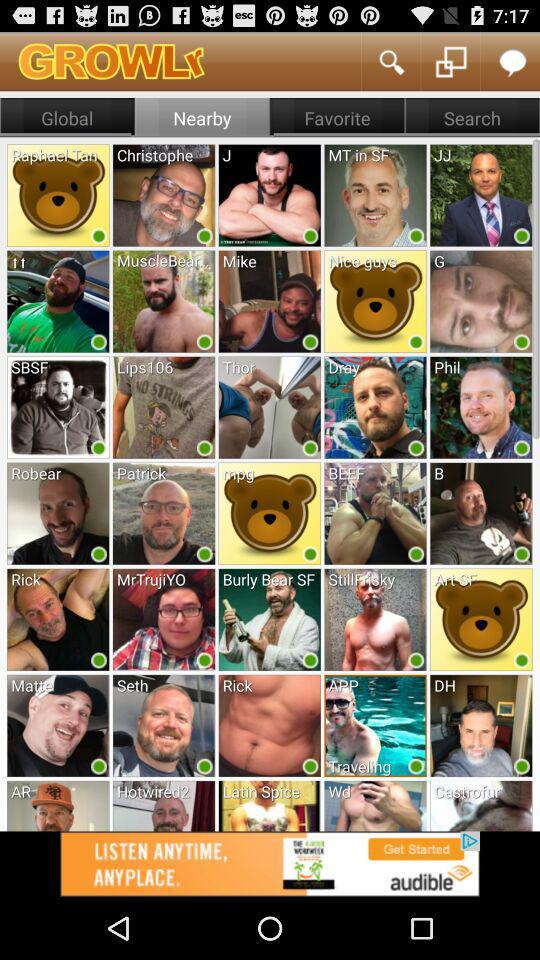 Image resolution: width=540 pixels, height=960 pixels. What do you see at coordinates (480, 406) in the screenshot?
I see `the image on which phil is written` at bounding box center [480, 406].